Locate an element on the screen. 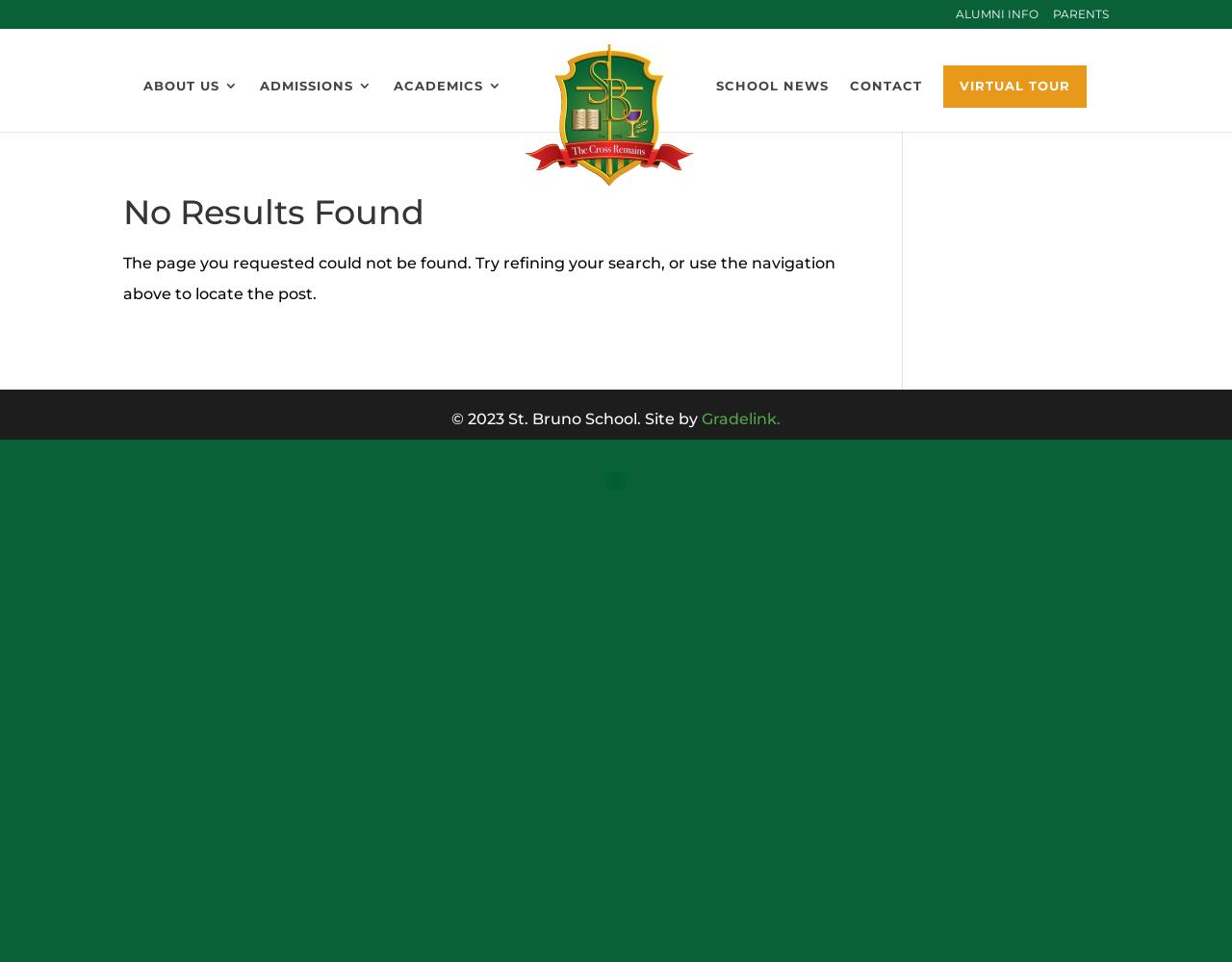  'Academics' is located at coordinates (437, 85).